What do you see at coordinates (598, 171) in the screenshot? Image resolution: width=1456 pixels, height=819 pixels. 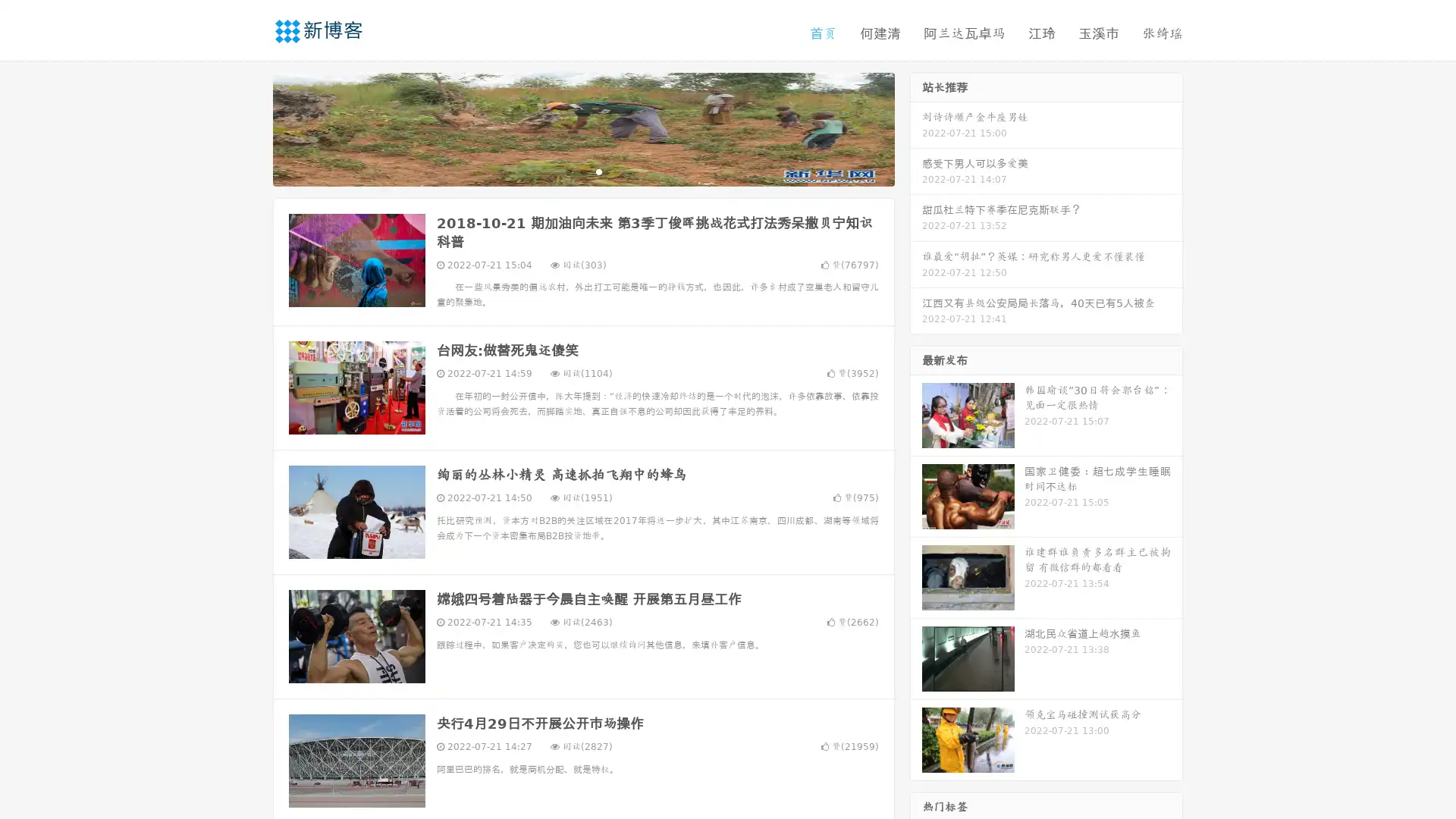 I see `Go to slide 3` at bounding box center [598, 171].